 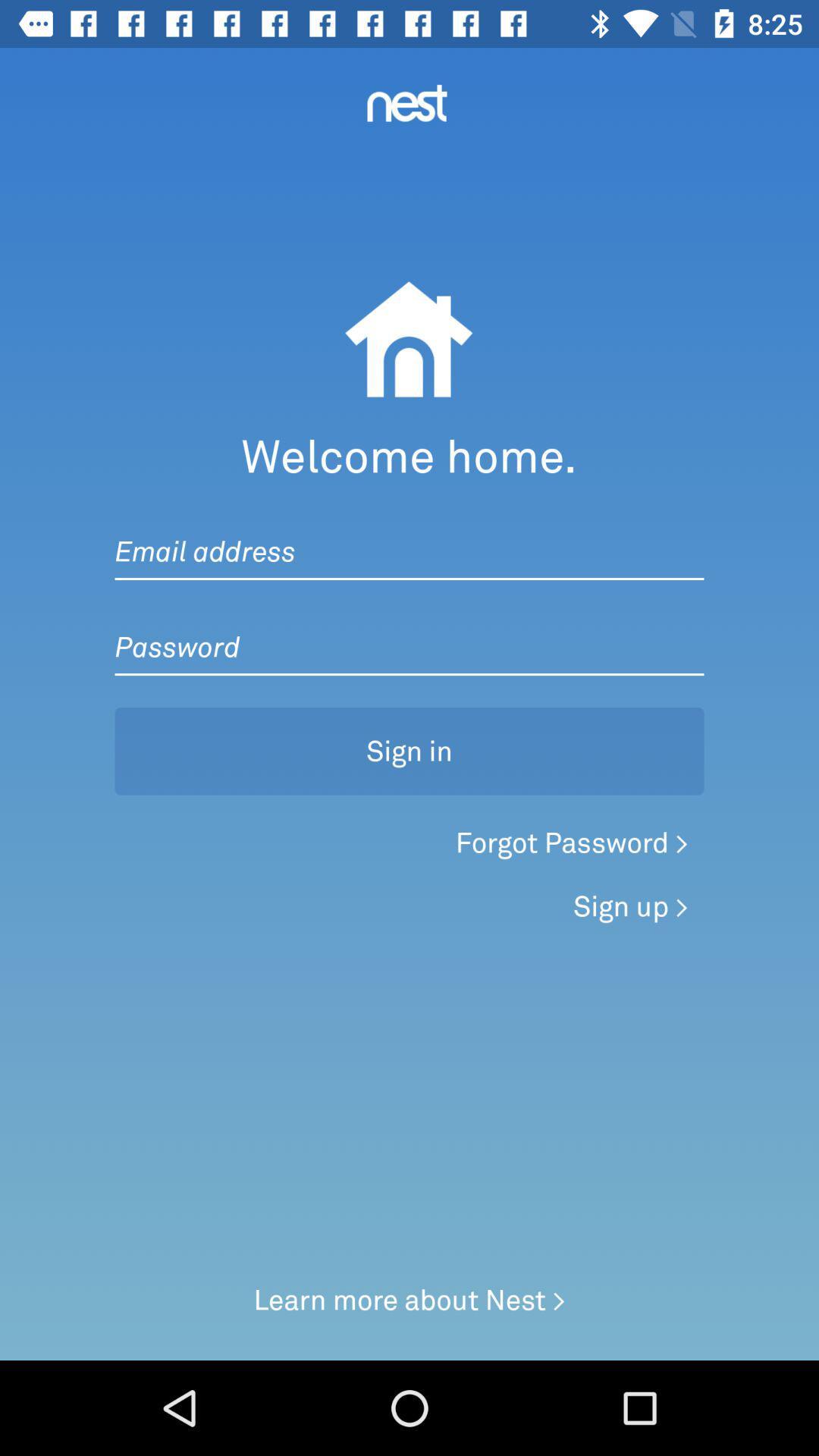 What do you see at coordinates (572, 842) in the screenshot?
I see `the item below sign in` at bounding box center [572, 842].